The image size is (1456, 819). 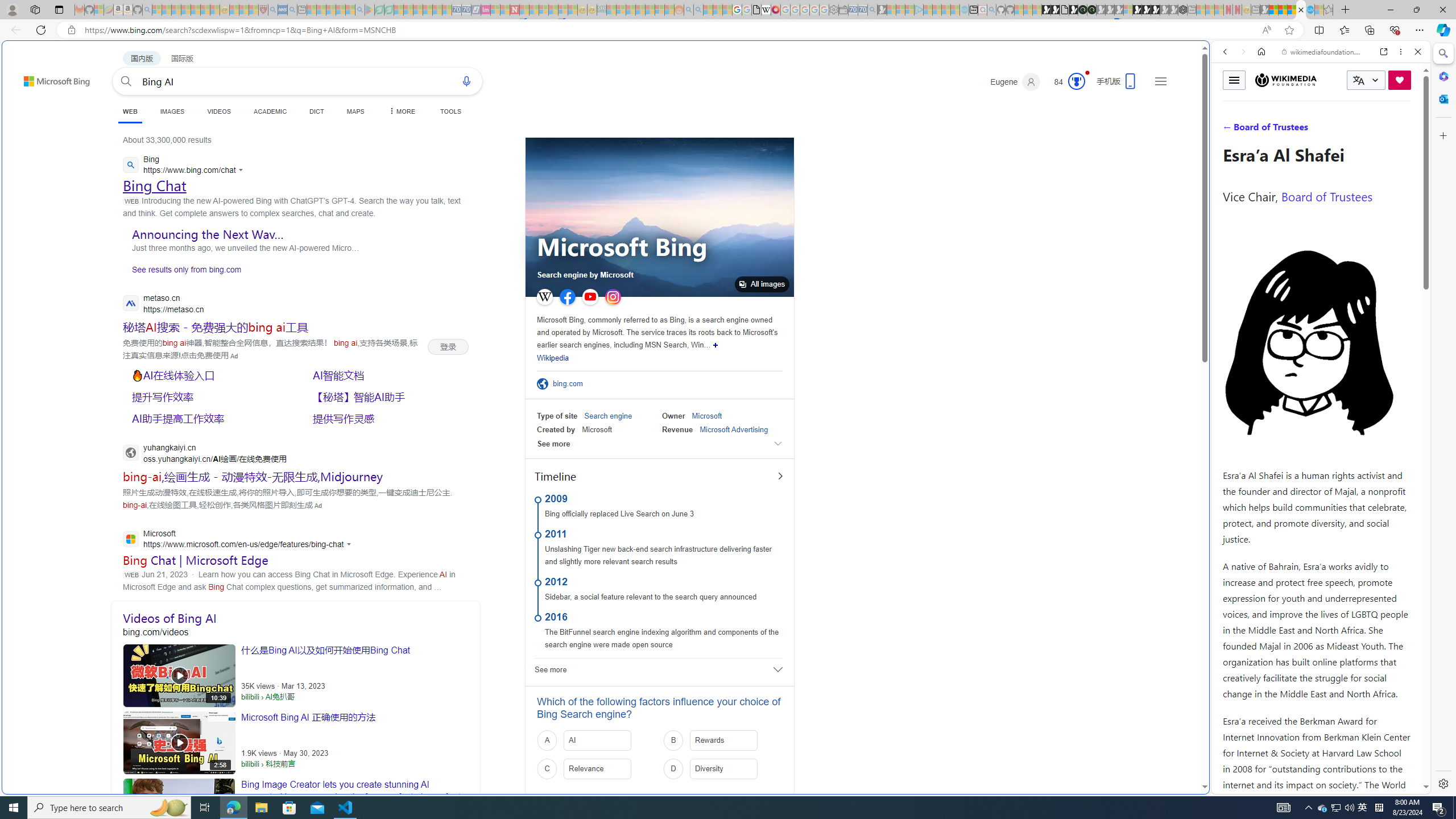 What do you see at coordinates (485, 9) in the screenshot?
I see `'Jobs - lastminute.com Investor Portal - Sleeping'` at bounding box center [485, 9].